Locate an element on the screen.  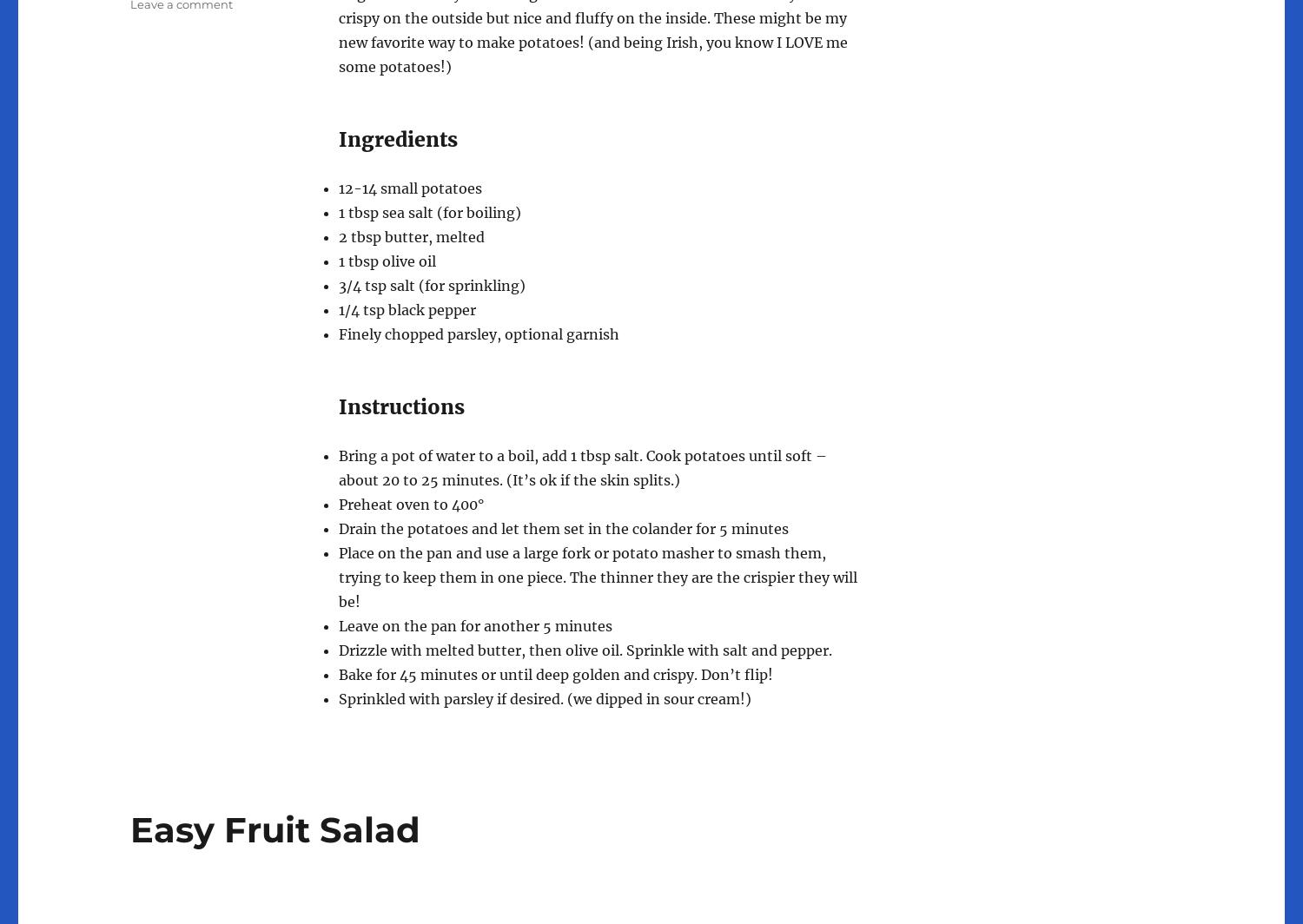
'12-14 small potatoes' is located at coordinates (409, 187).